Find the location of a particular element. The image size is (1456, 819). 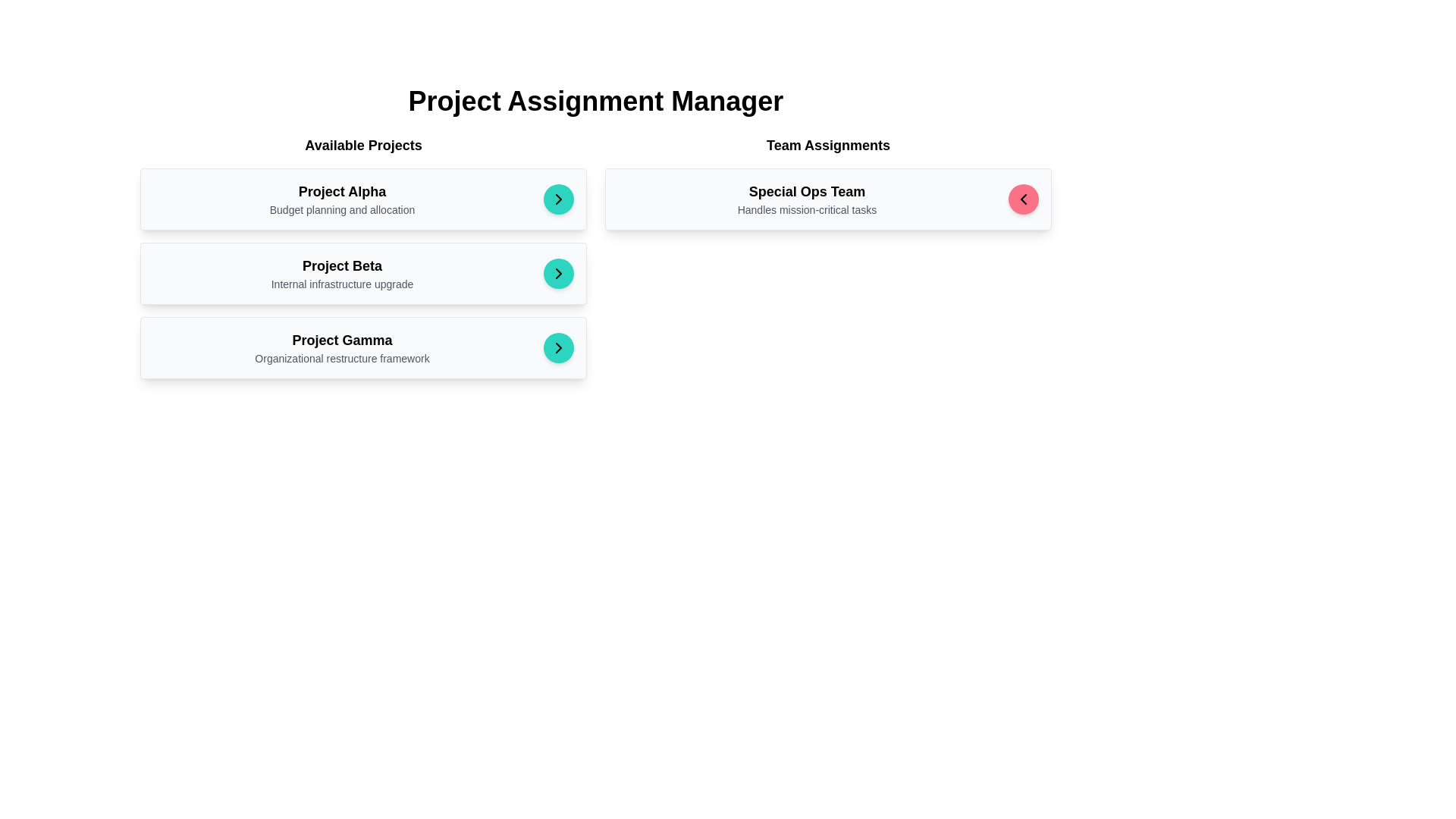

the interactive icon located at the far right corner of the 'Project Gamma' card in the 'Available Projects' section is located at coordinates (558, 274).